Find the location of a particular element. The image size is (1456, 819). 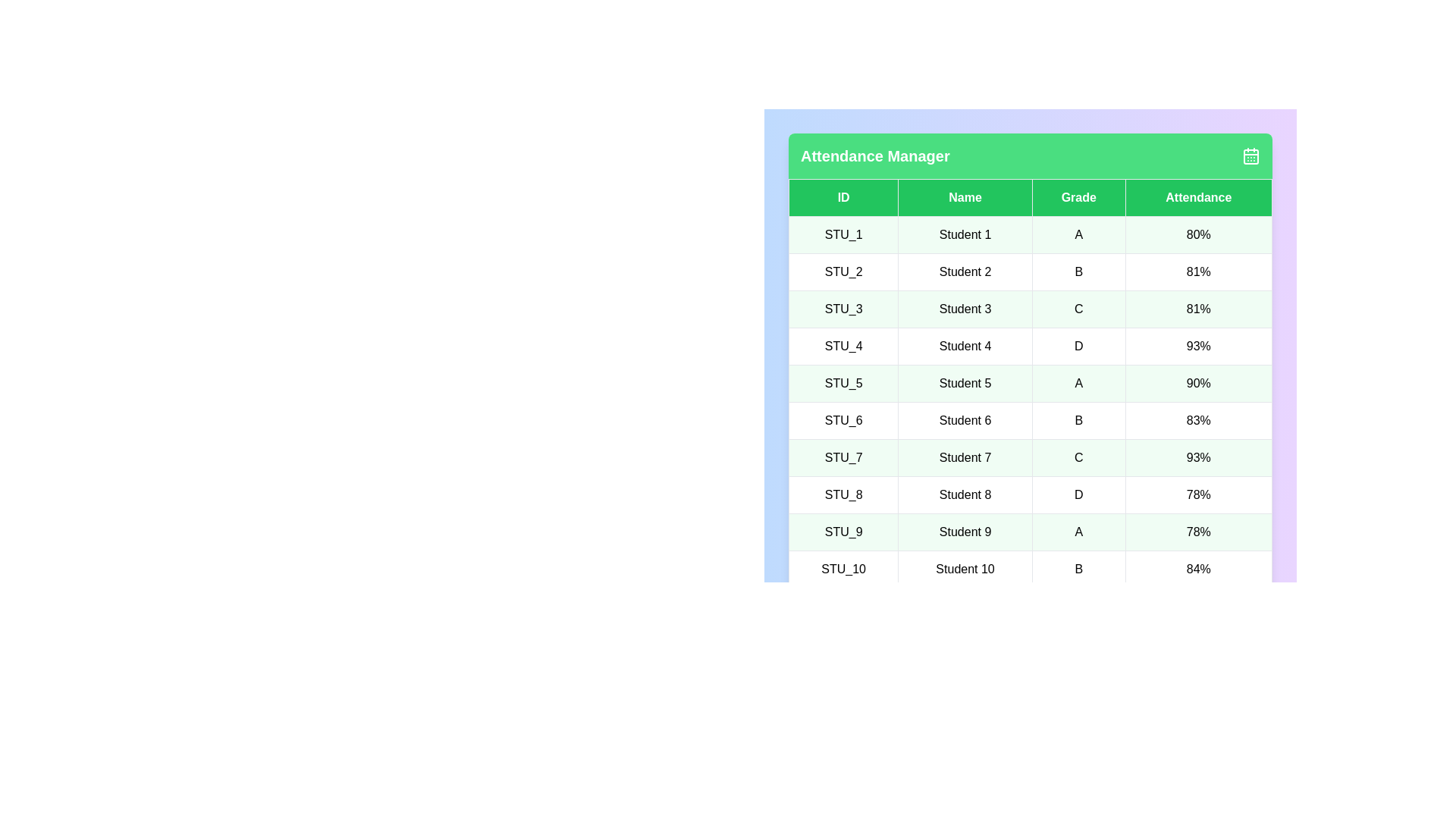

the text within a cell to highlight it is located at coordinates (964, 234).